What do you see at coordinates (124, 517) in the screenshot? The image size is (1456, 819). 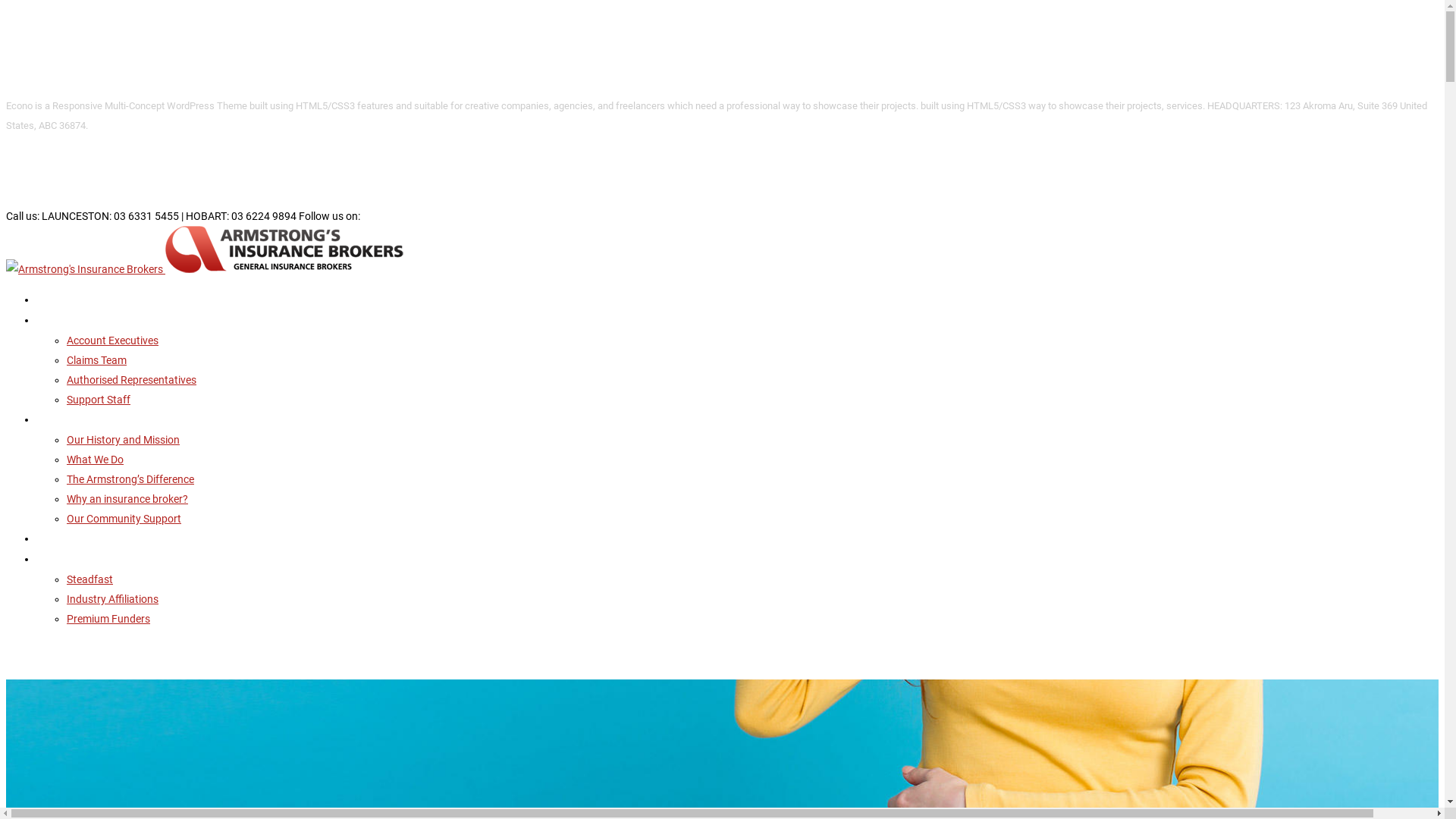 I see `'Our Community Support'` at bounding box center [124, 517].